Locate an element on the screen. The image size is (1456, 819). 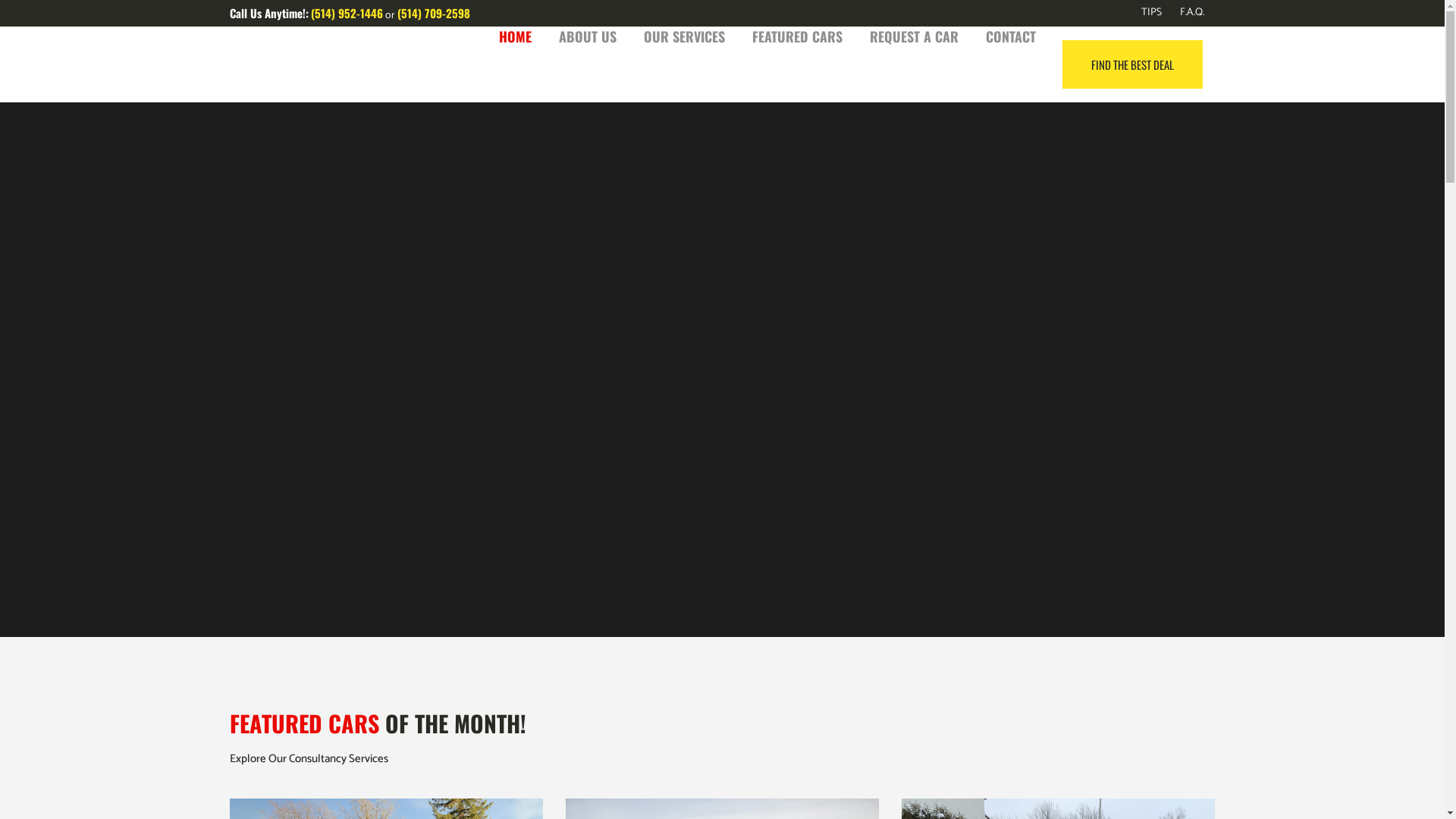
'OUR SERVICES' is located at coordinates (682, 35).